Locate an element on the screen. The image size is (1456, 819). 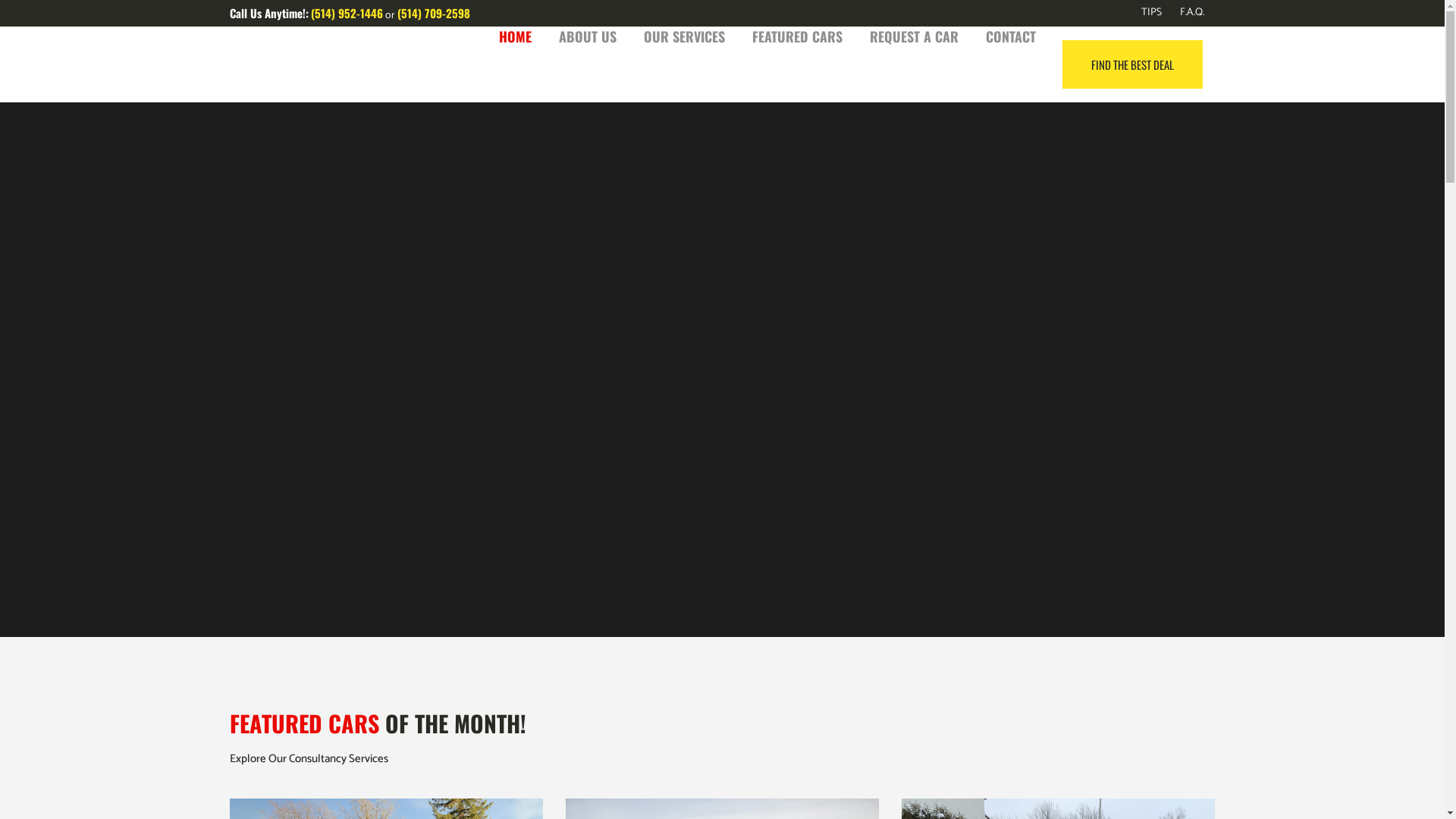
'OUR SERVICES' is located at coordinates (682, 35).